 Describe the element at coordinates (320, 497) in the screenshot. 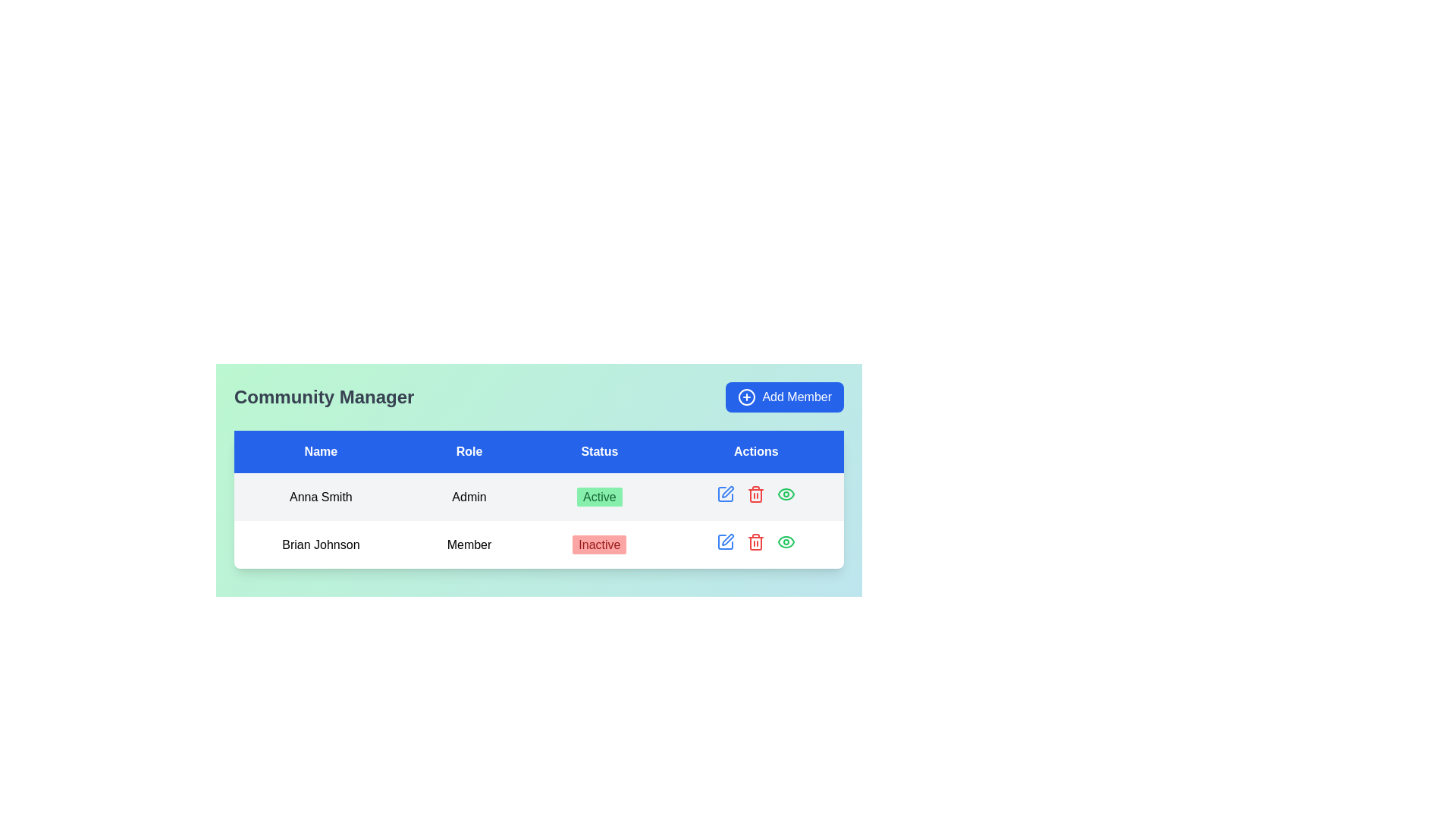

I see `the text display element containing 'Anna Smith', which is styled with center-aligned text in a table layout under the 'Name' header` at that location.